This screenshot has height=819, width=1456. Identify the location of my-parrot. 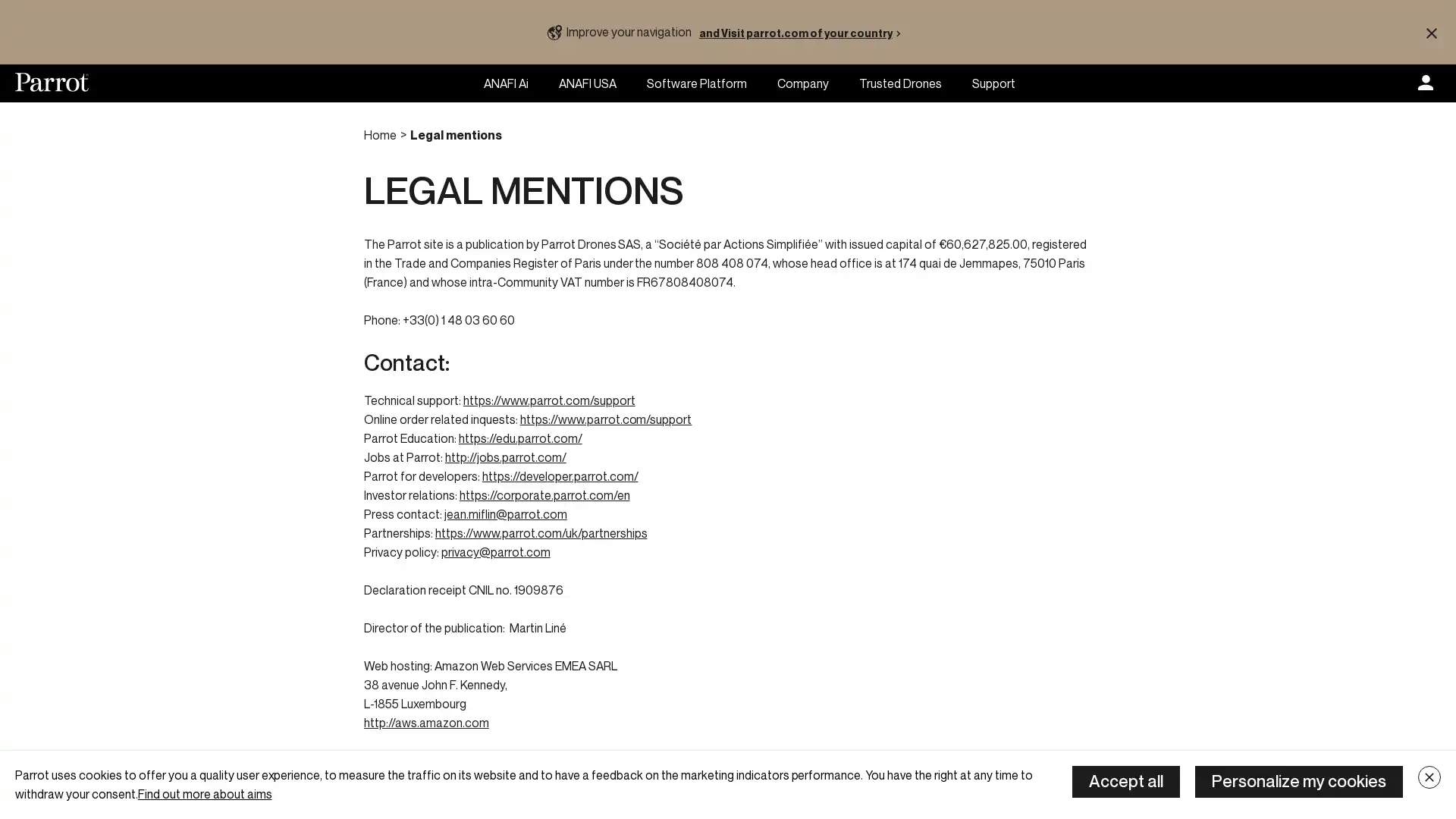
(1425, 83).